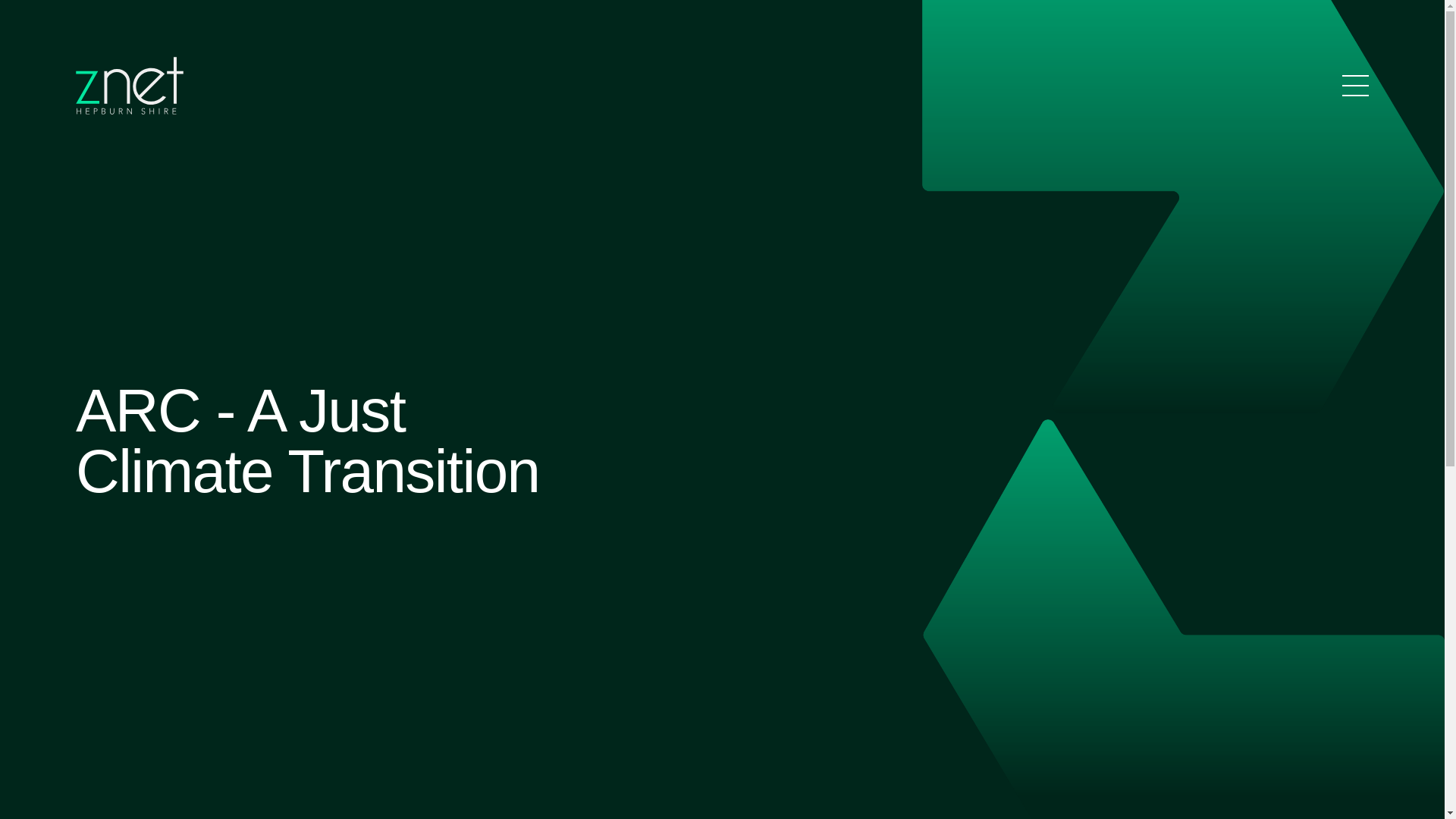 Image resolution: width=1456 pixels, height=819 pixels. Describe the element at coordinates (130, 85) in the screenshot. I see `'Z-Net'` at that location.